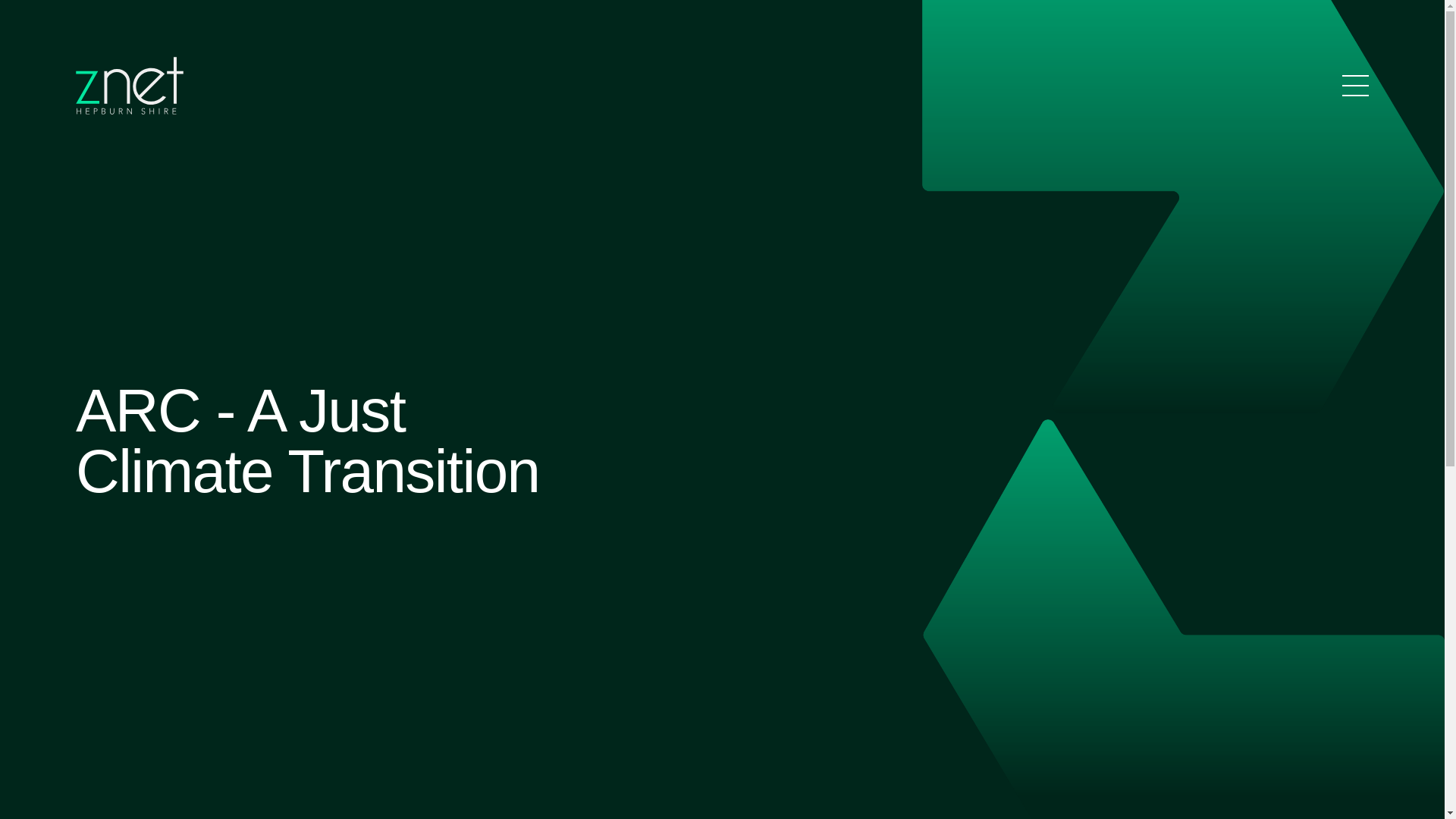 Image resolution: width=1456 pixels, height=819 pixels. Describe the element at coordinates (130, 85) in the screenshot. I see `'Z-Net'` at that location.